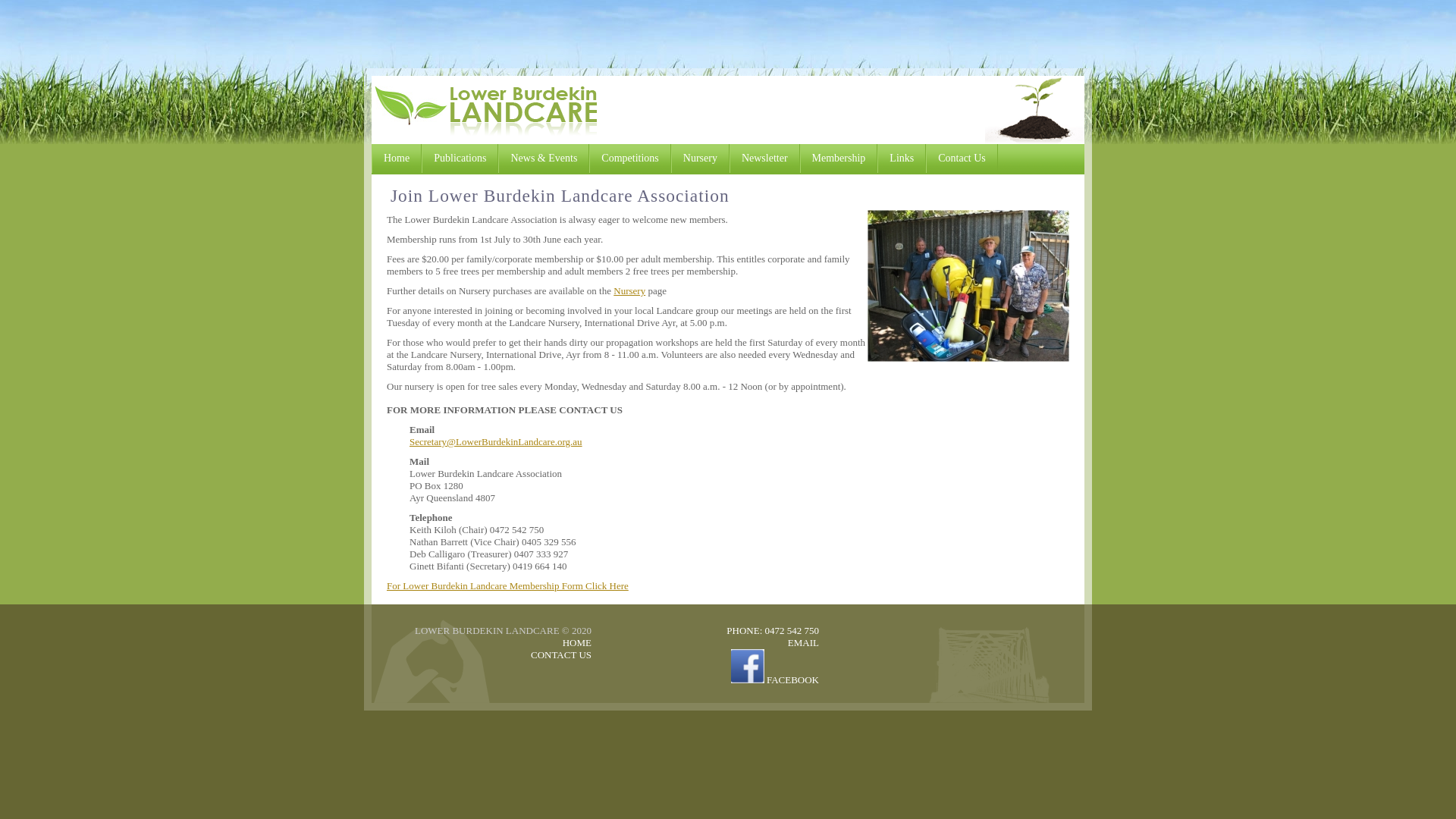 The image size is (1456, 819). I want to click on 'Secretary@LowerBurdekinLandcare.org.au', so click(495, 441).